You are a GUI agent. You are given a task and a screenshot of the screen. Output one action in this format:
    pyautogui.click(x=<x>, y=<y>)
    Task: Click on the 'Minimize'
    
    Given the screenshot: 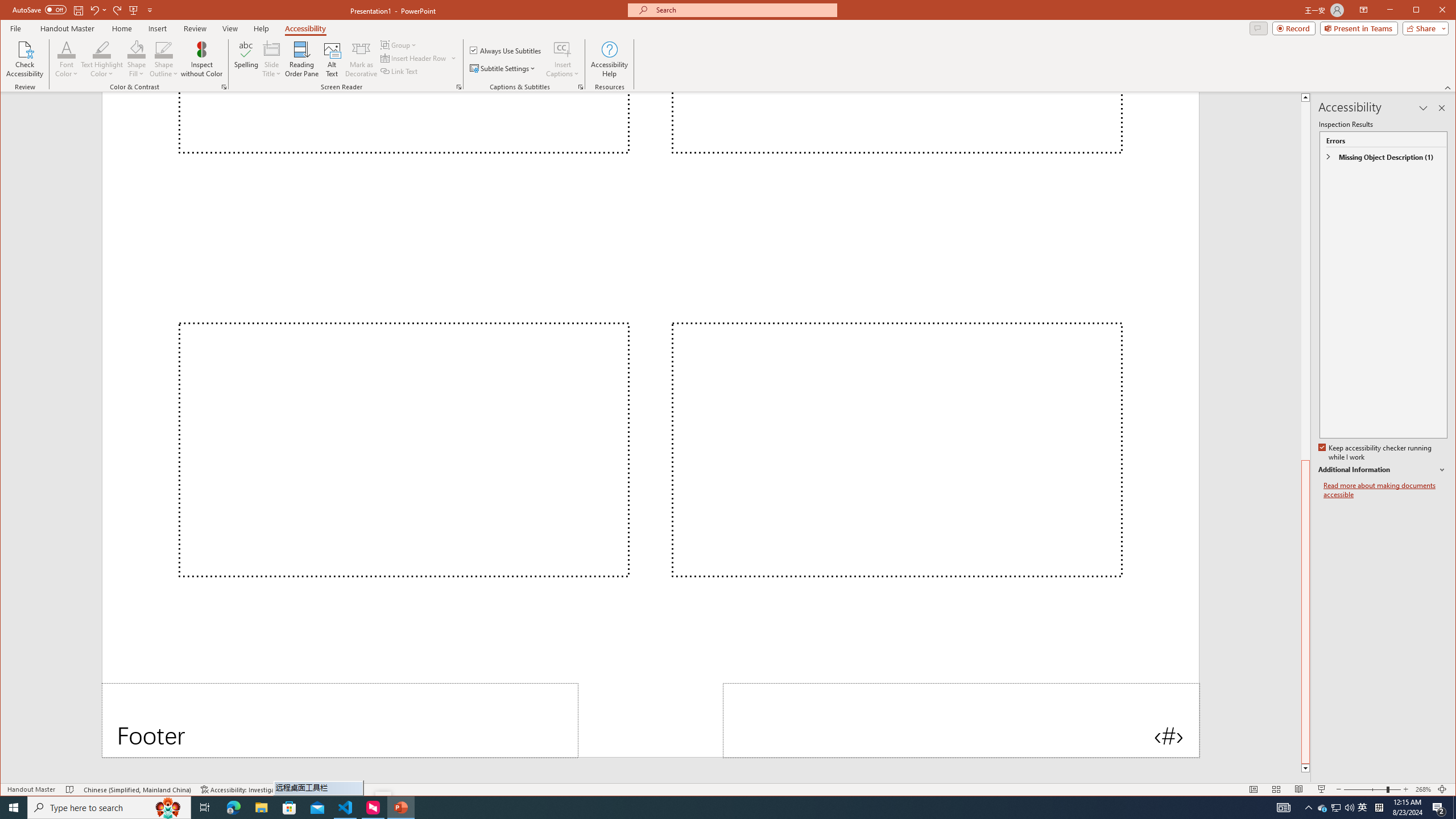 What is the action you would take?
    pyautogui.click(x=1420, y=11)
    